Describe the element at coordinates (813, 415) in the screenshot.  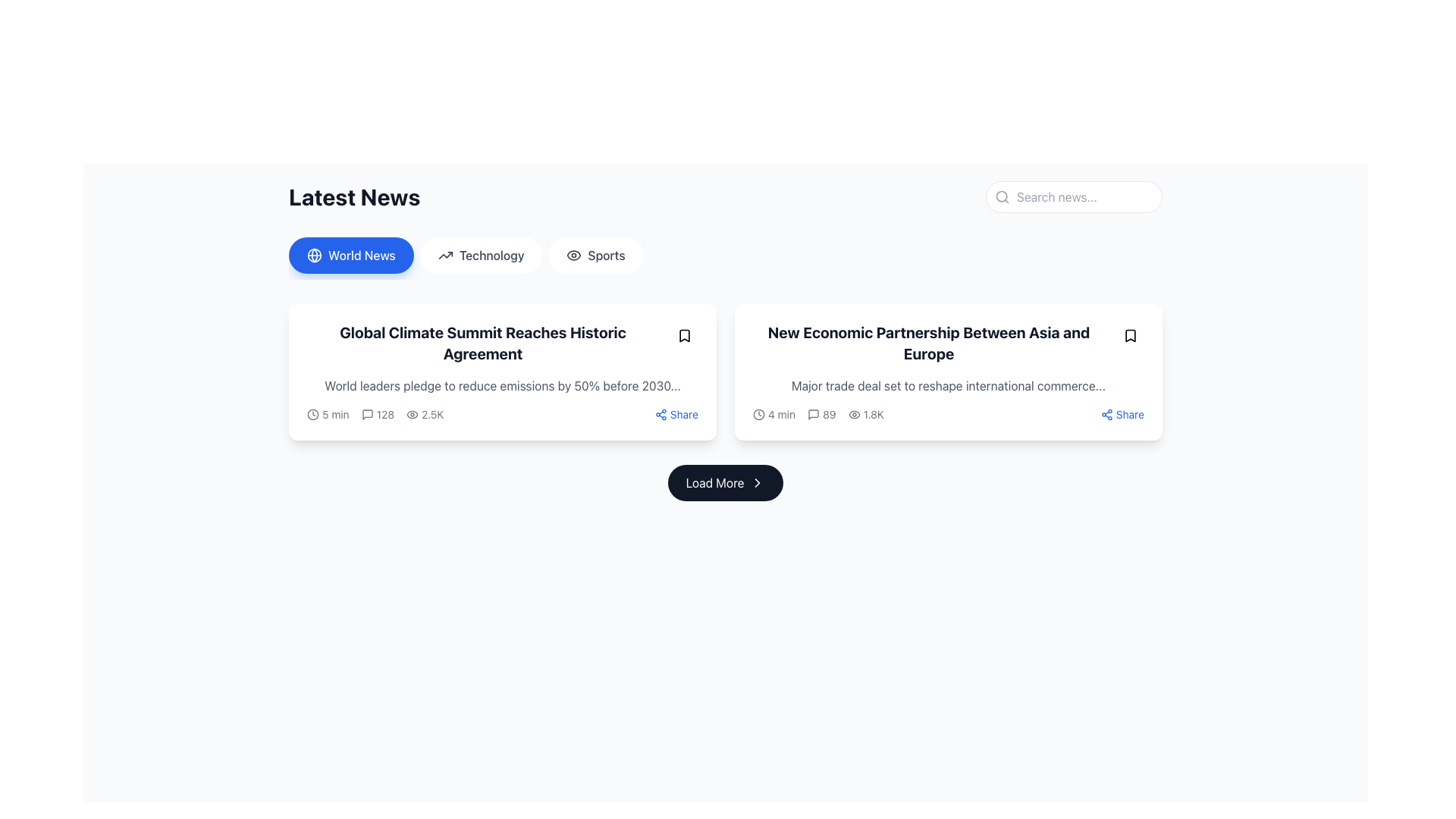
I see `the SVG icon representing the number of comments or discussions related to the article, located below the headline and content of the card in the 'Latest News' section, with the text '89' to its right` at that location.